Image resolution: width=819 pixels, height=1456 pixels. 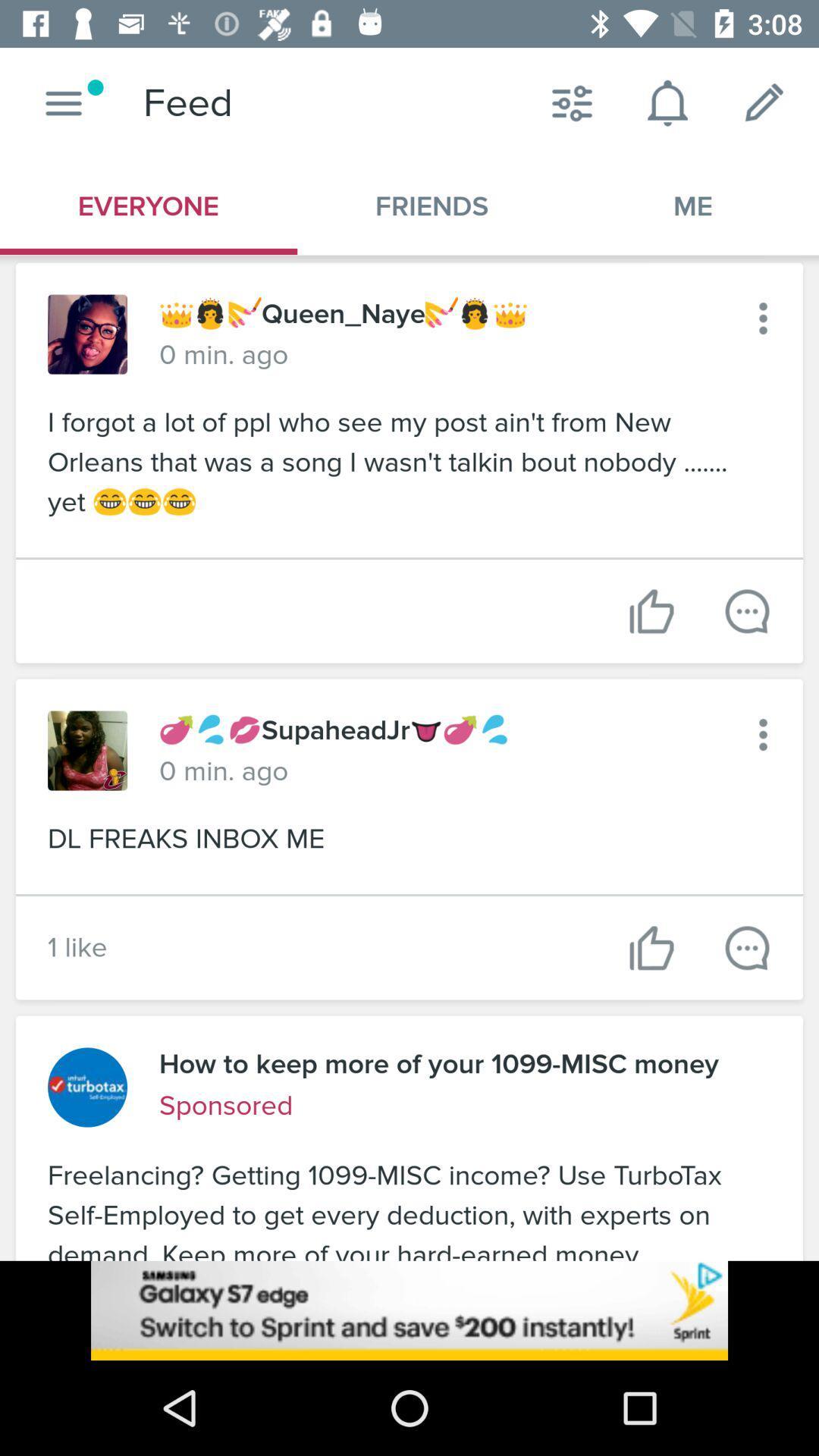 What do you see at coordinates (63, 102) in the screenshot?
I see `home` at bounding box center [63, 102].